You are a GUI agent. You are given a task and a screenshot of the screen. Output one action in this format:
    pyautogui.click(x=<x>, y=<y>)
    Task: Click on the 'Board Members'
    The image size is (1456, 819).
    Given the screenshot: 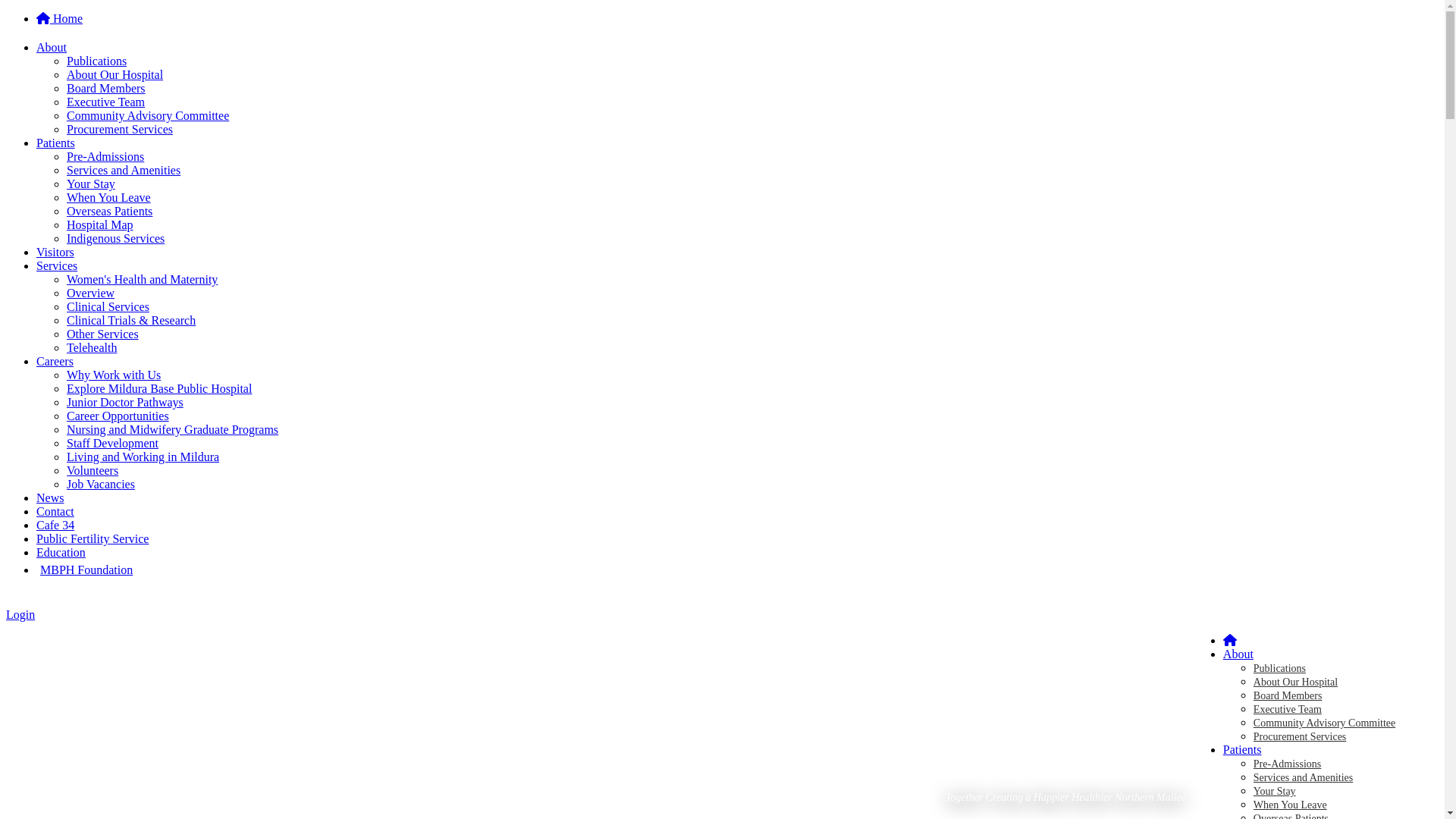 What is the action you would take?
    pyautogui.click(x=1253, y=695)
    